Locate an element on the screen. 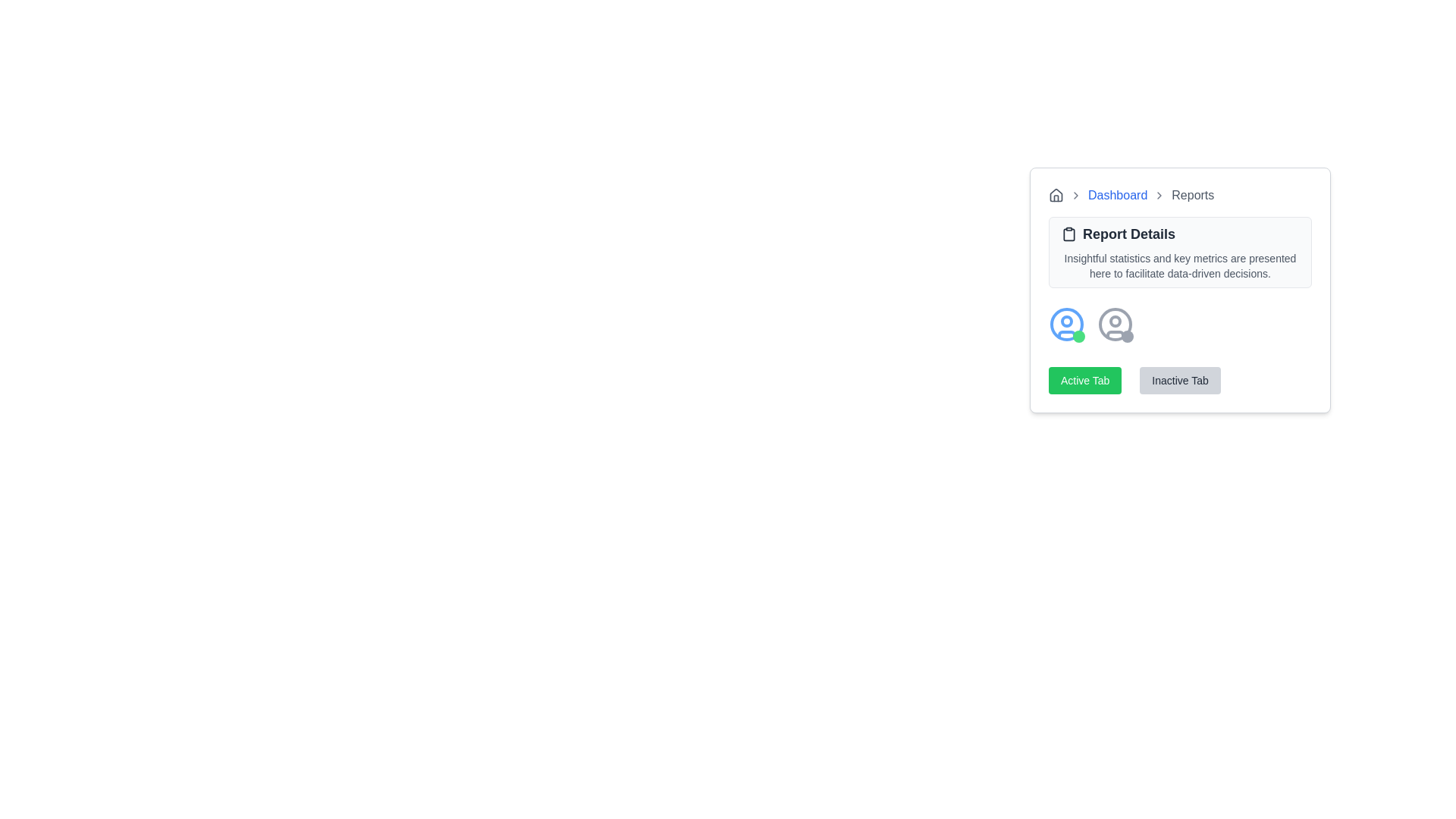 The width and height of the screenshot is (1456, 819). the breadcrumb link or label located in the breadcrumb navigation bar at the upper-left corner of a card, which is the last link in the sequence following the 'Dashboard' link is located at coordinates (1179, 195).